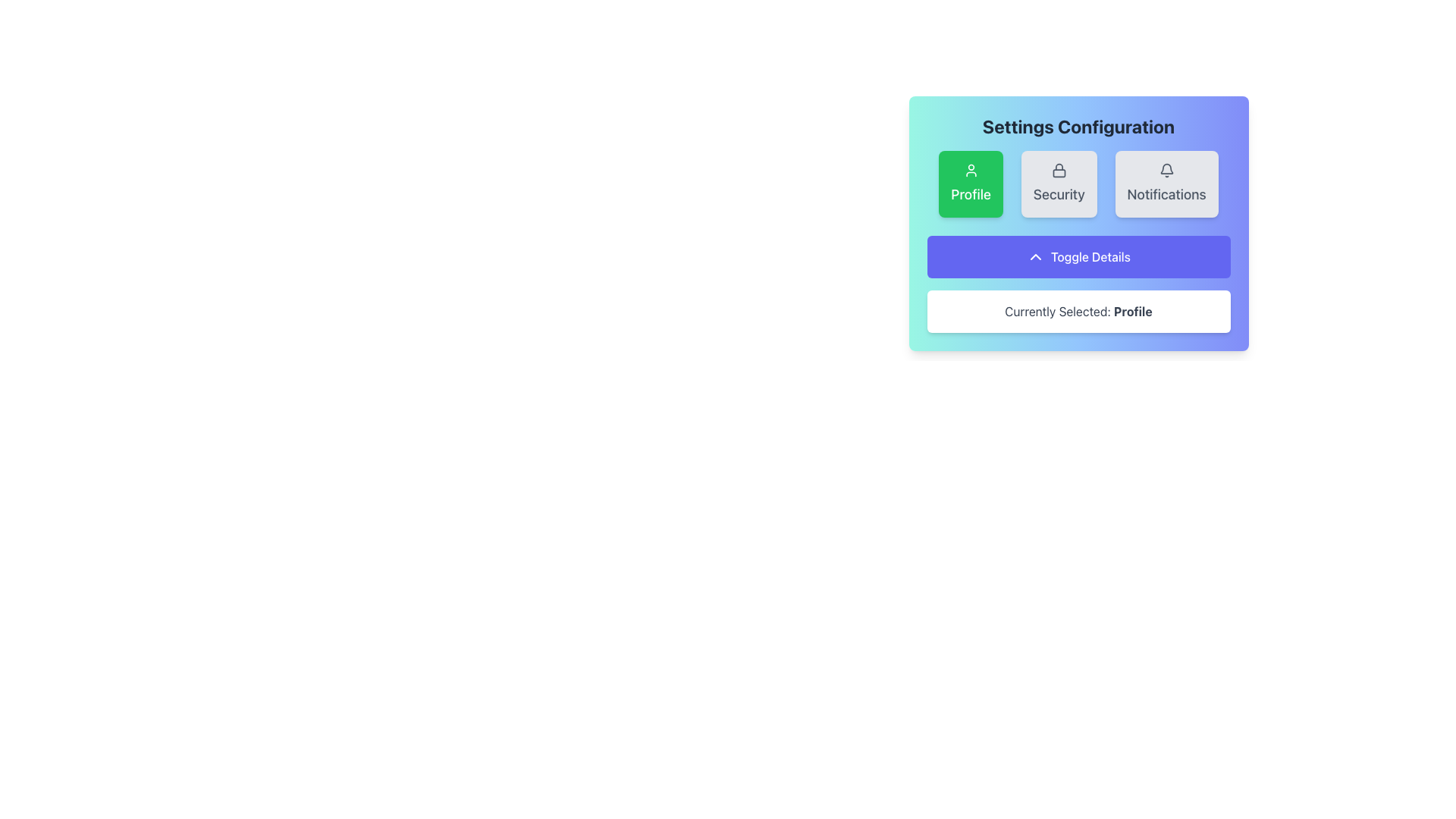 This screenshot has height=819, width=1456. Describe the element at coordinates (1133, 311) in the screenshot. I see `the static text label that indicates the current selection, which reads 'Currently Selected: Profile', located in the right-hand portion of the interface below the blue button labeled 'Toggle Details'` at that location.